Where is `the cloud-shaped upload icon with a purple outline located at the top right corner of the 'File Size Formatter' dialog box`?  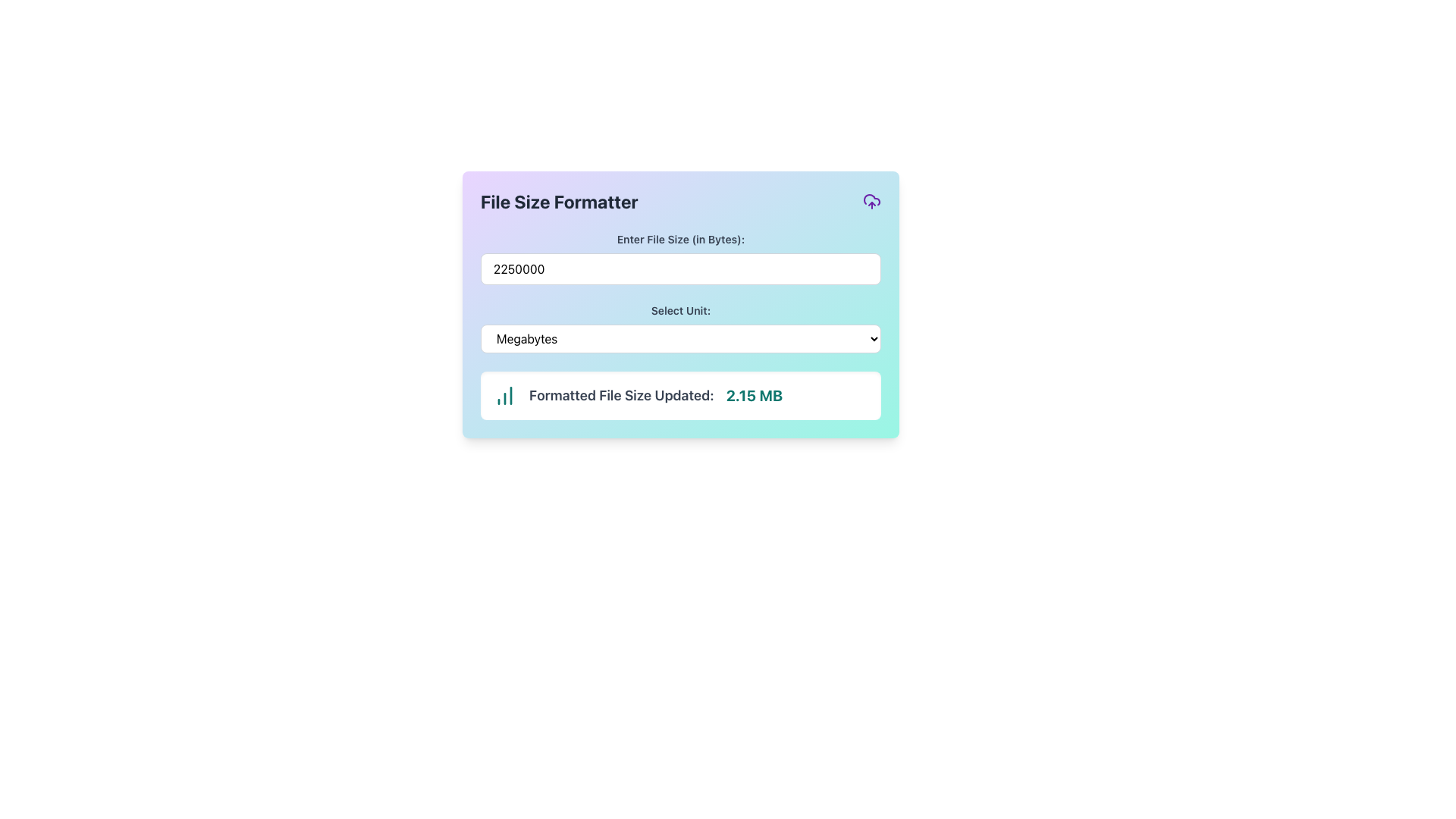
the cloud-shaped upload icon with a purple outline located at the top right corner of the 'File Size Formatter' dialog box is located at coordinates (872, 201).